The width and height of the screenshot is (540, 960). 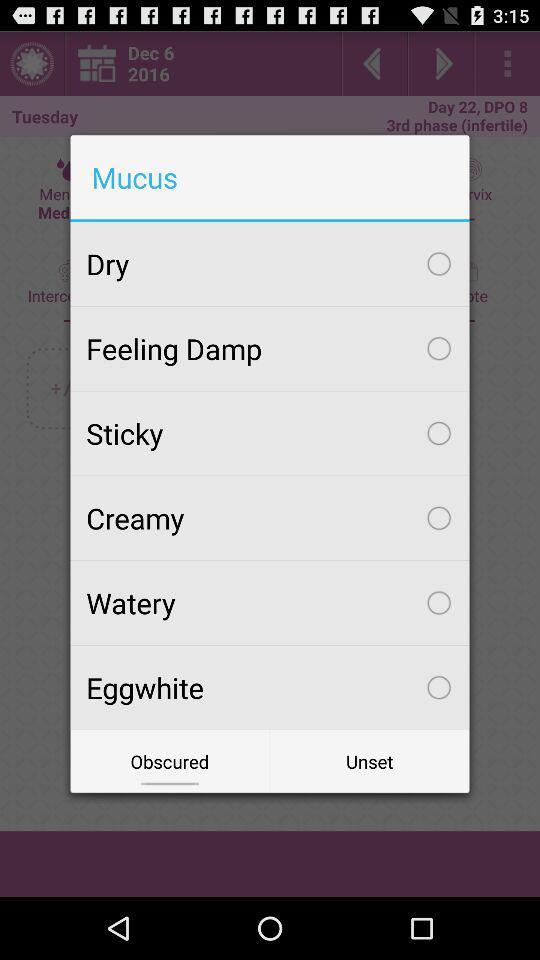 What do you see at coordinates (270, 263) in the screenshot?
I see `dry checkbox` at bounding box center [270, 263].